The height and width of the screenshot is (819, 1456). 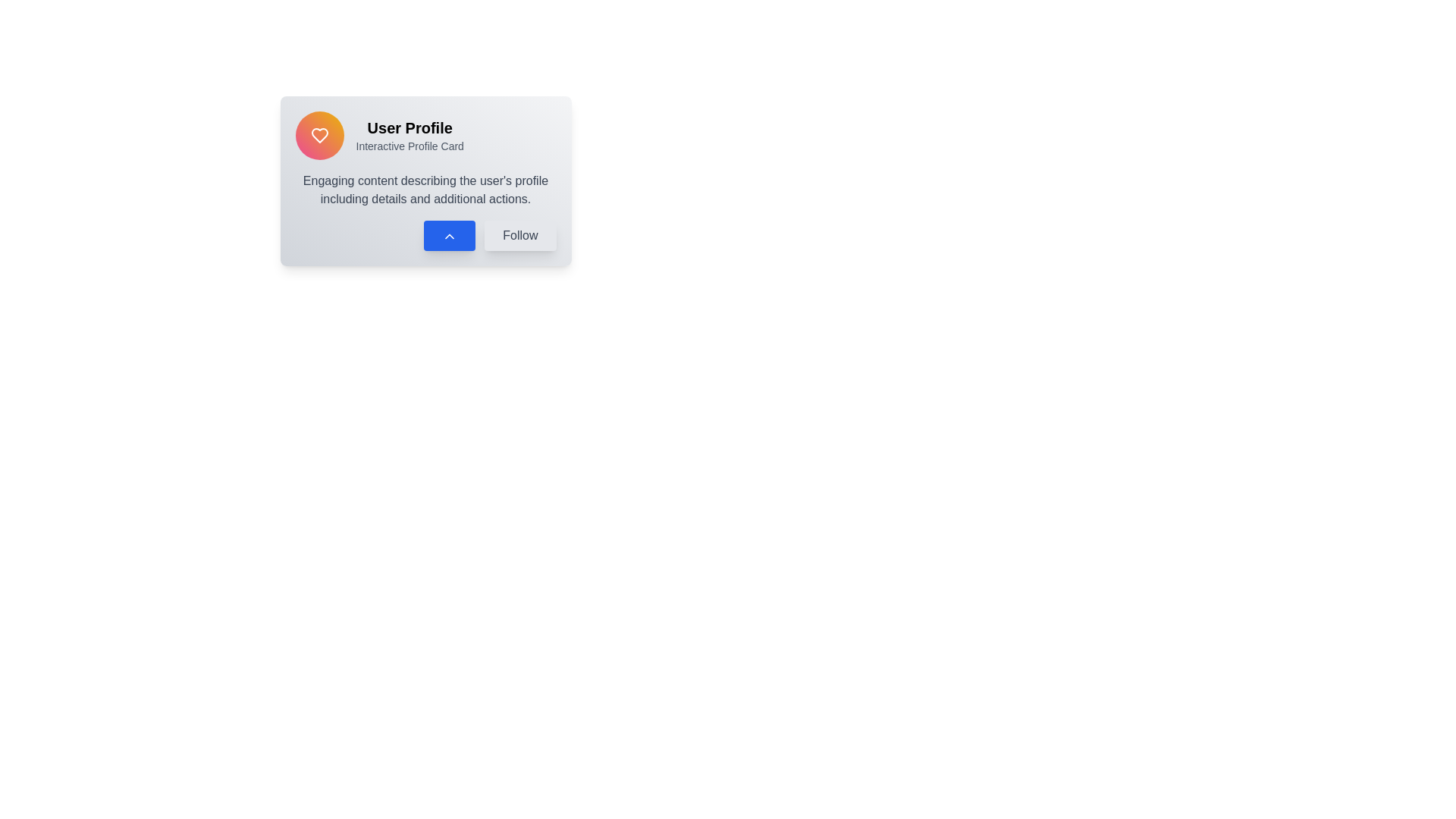 I want to click on the bold, black text label reading 'User Profile' located at the top left corner of the card component, so click(x=409, y=127).